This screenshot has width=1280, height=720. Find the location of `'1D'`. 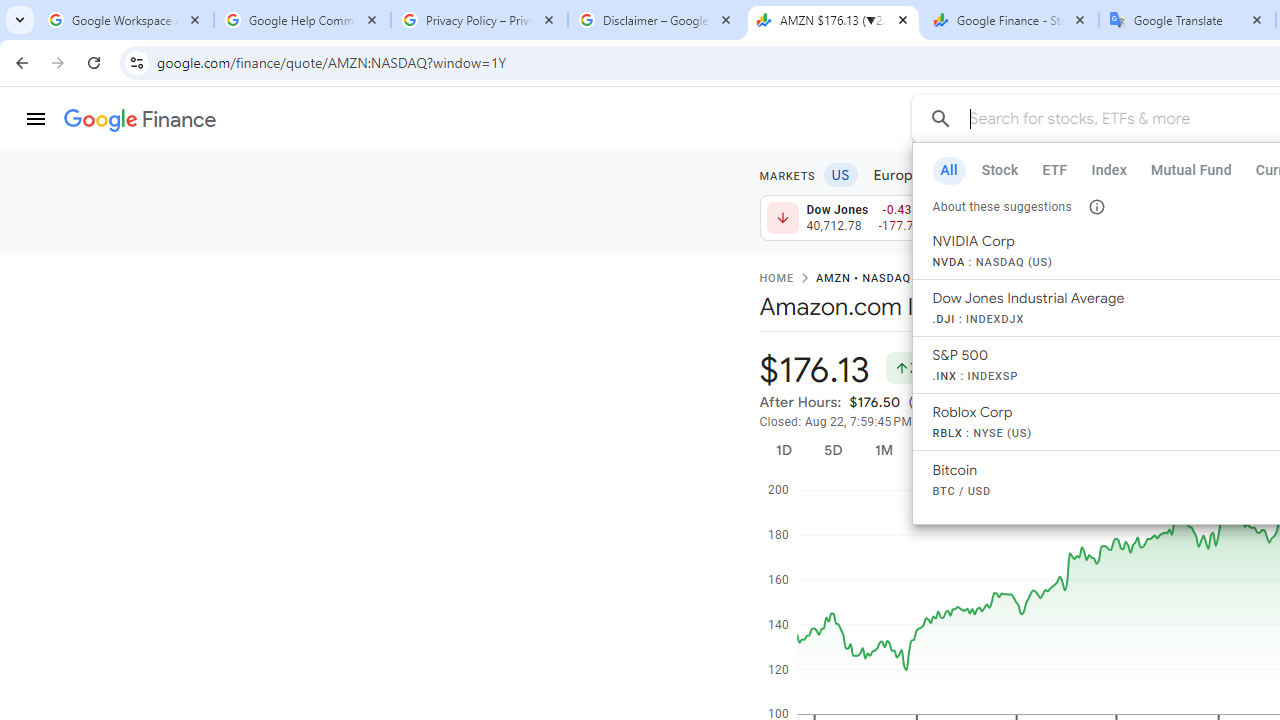

'1D' is located at coordinates (782, 450).